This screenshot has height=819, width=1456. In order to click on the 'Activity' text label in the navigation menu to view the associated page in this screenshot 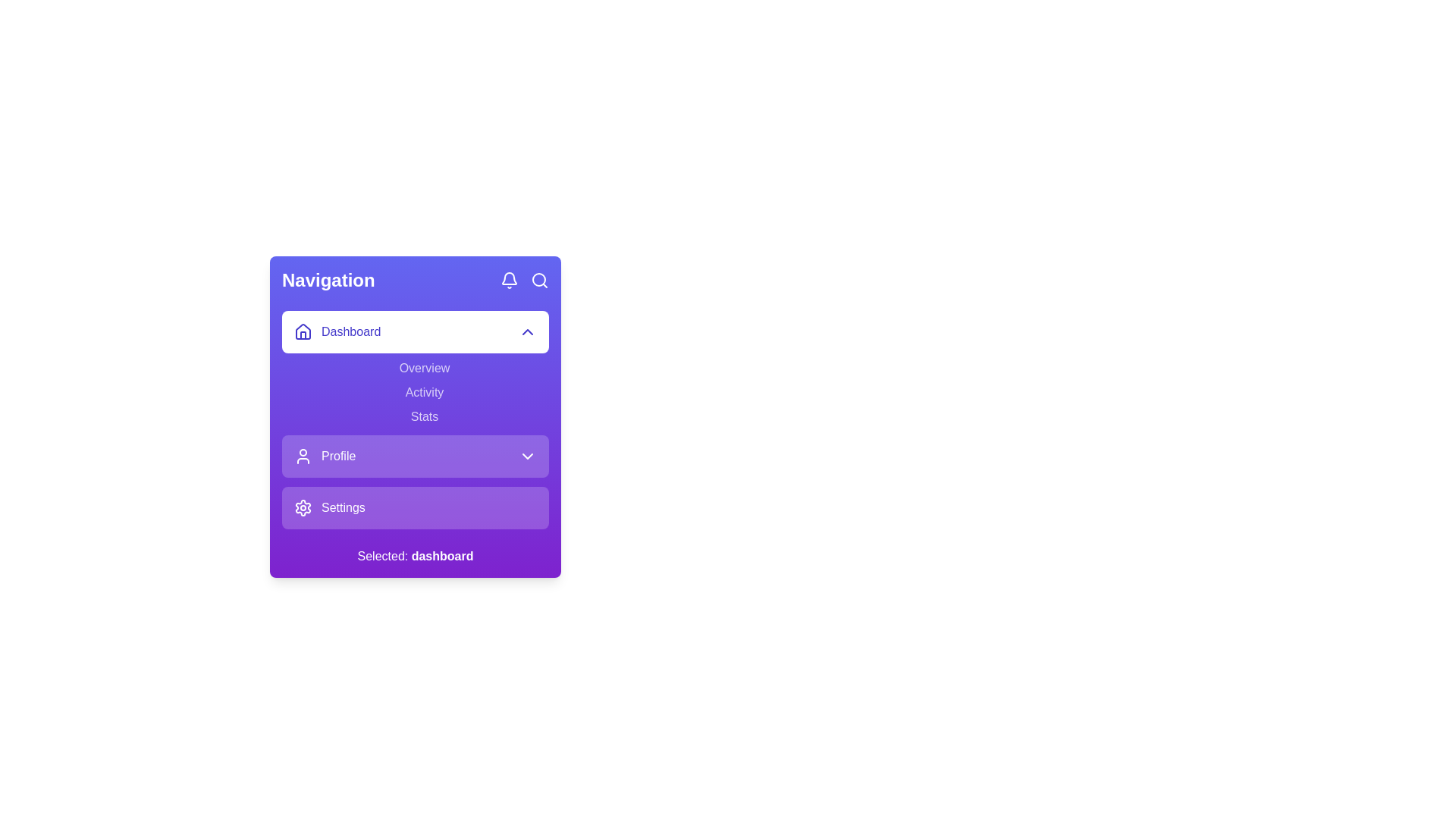, I will do `click(425, 391)`.